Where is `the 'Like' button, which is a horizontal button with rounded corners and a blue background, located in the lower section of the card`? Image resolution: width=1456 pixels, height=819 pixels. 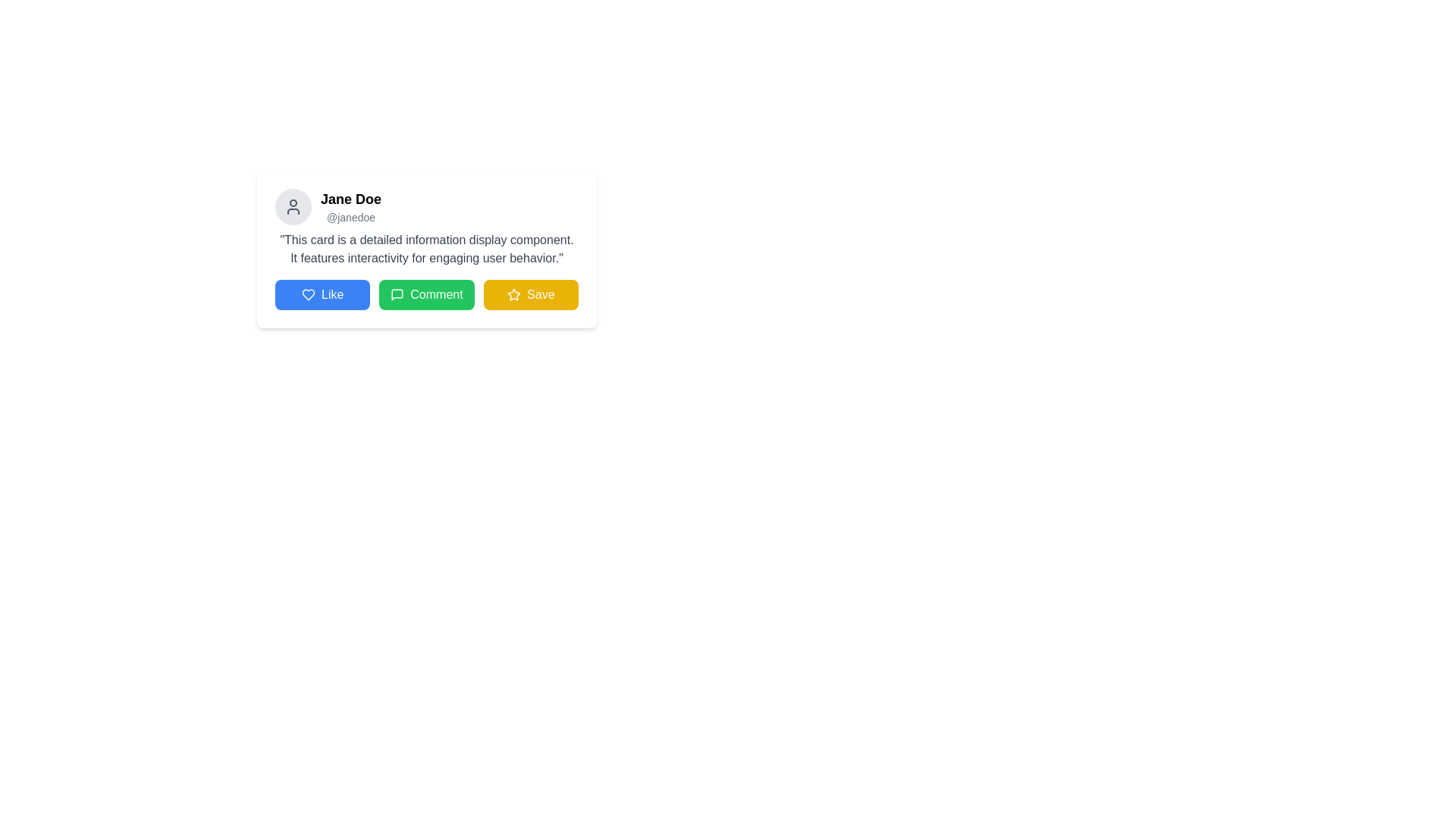 the 'Like' button, which is a horizontal button with rounded corners and a blue background, located in the lower section of the card is located at coordinates (322, 295).